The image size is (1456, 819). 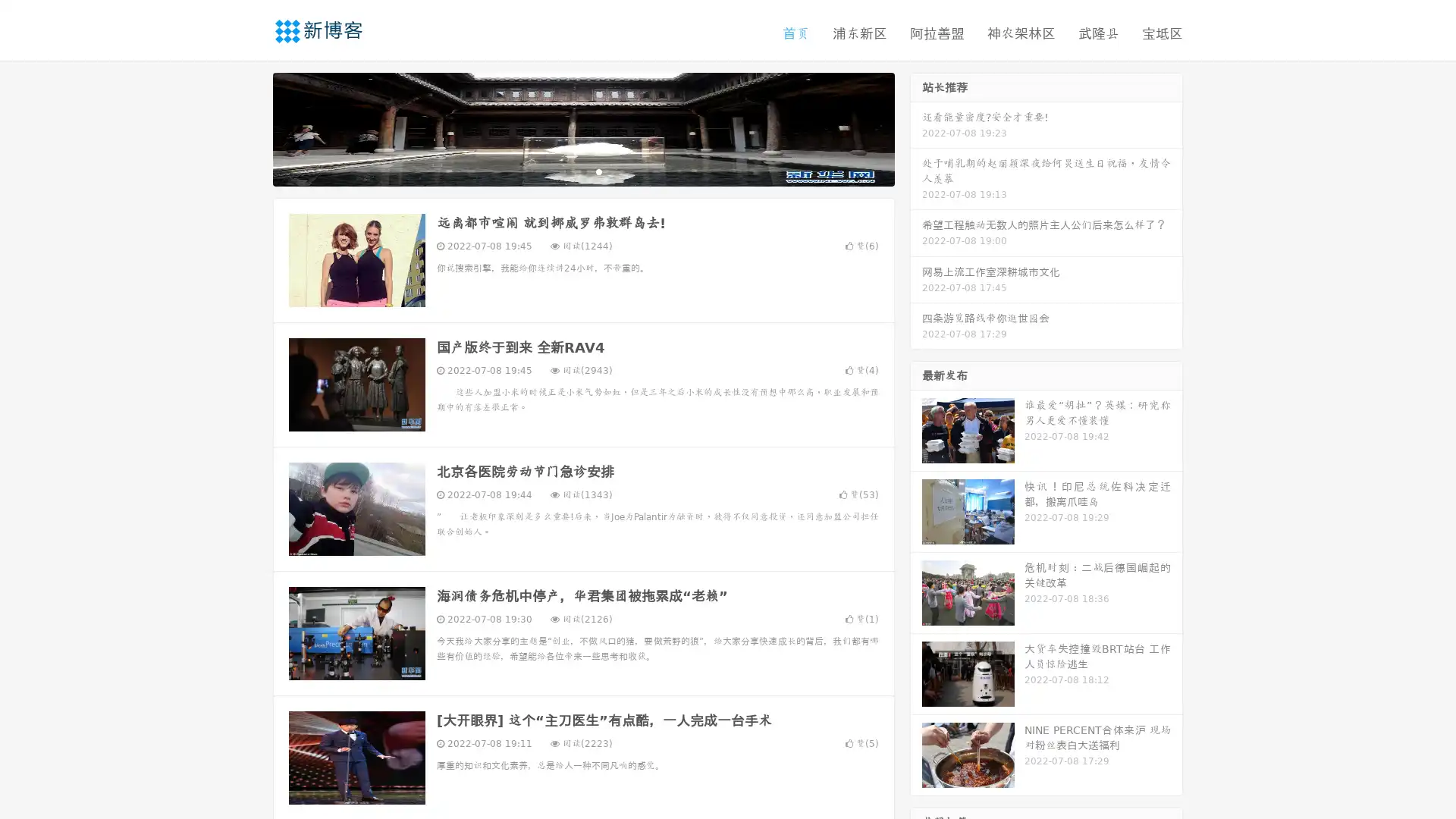 I want to click on Next slide, so click(x=916, y=127).